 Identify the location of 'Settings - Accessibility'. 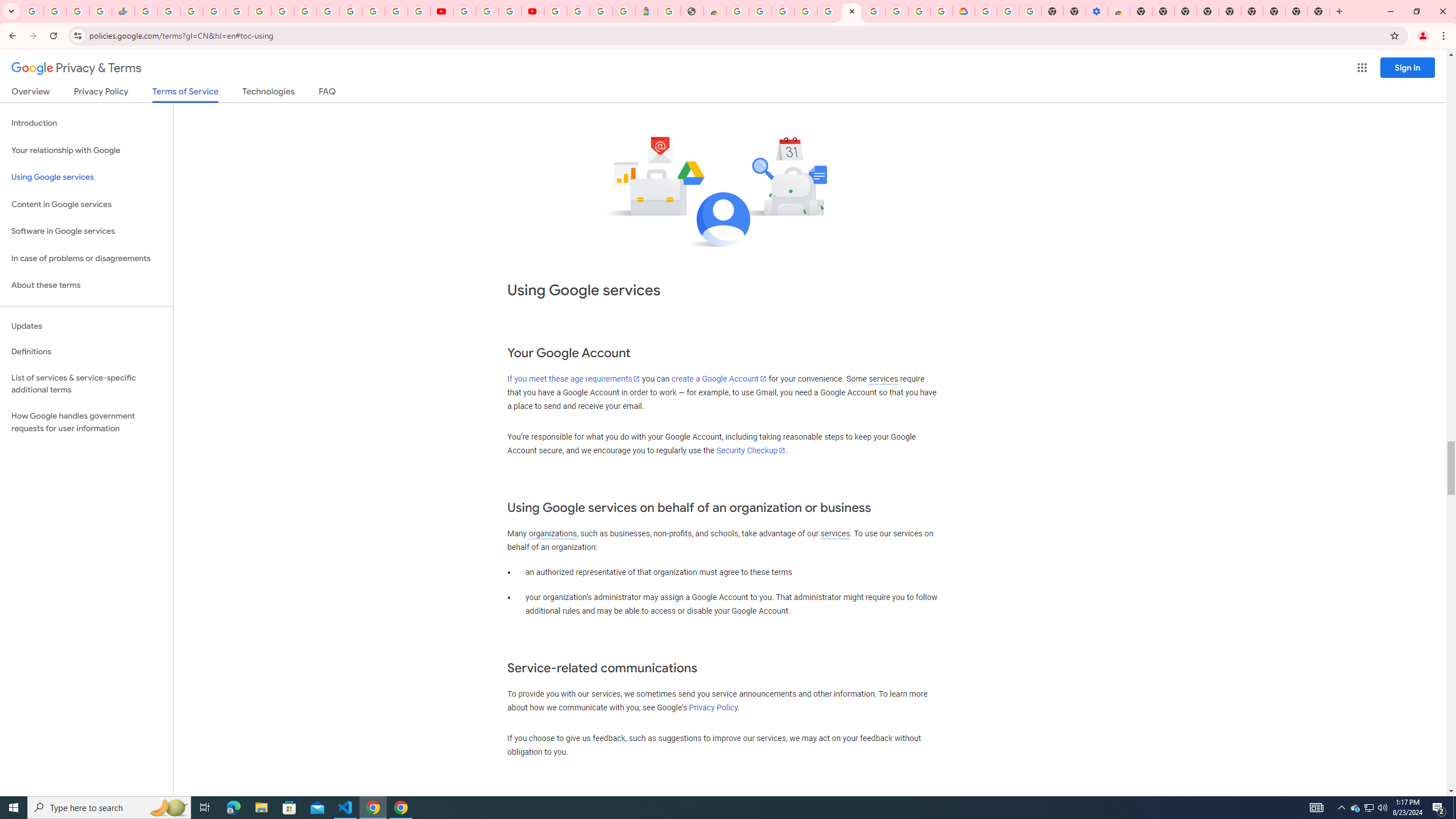
(1096, 11).